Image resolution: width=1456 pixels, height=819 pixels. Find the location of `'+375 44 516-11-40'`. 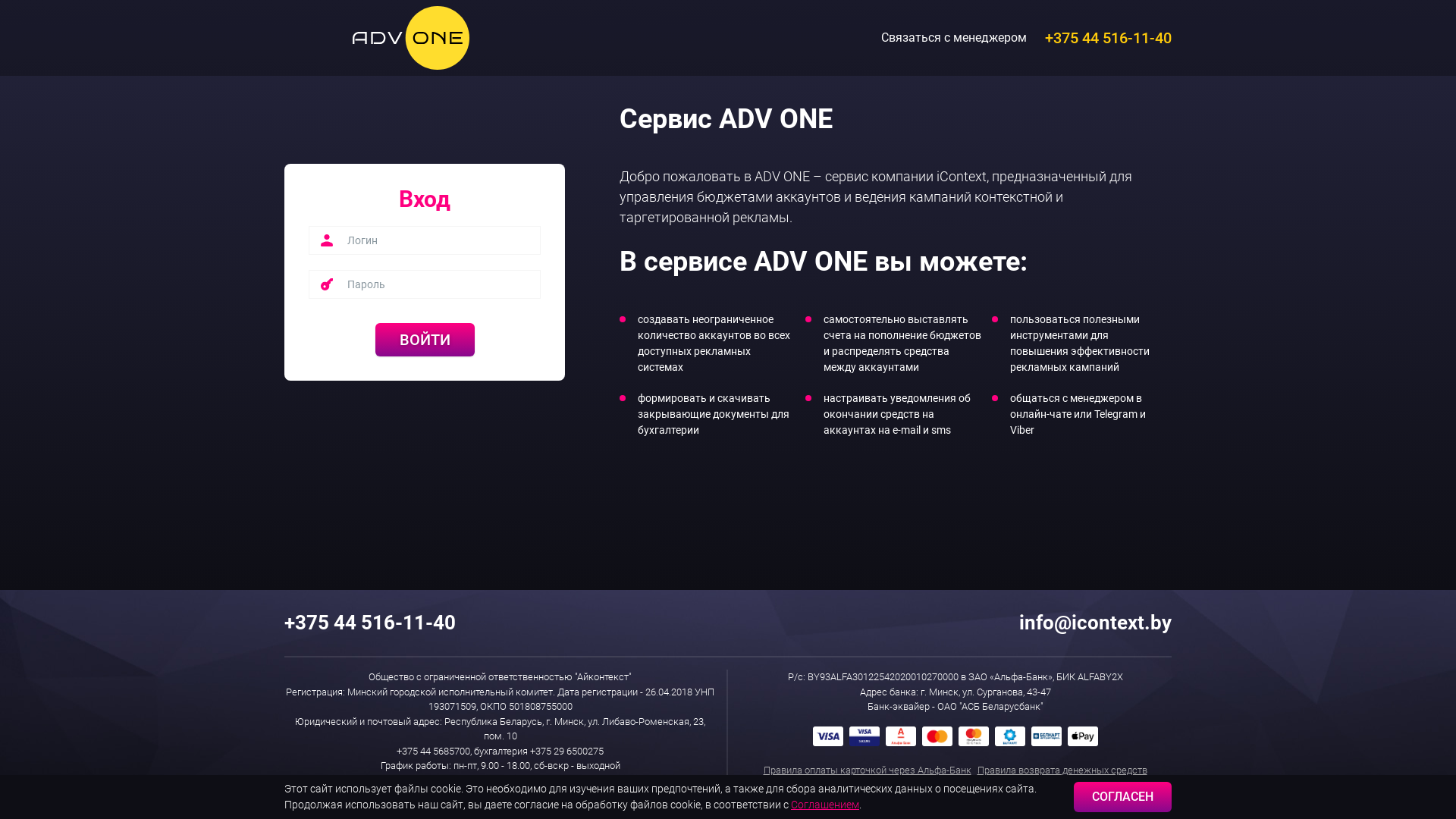

'+375 44 516-11-40' is located at coordinates (367, 623).